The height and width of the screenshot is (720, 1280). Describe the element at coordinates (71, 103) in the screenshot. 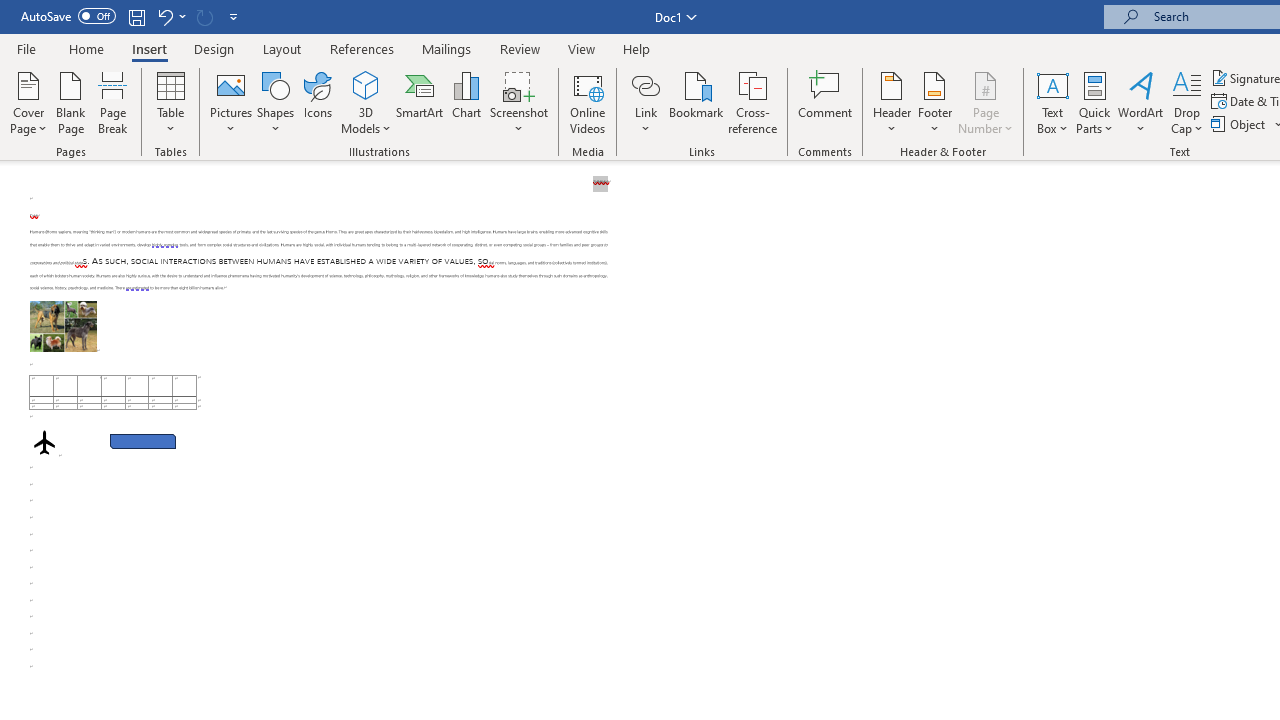

I see `'Blank Page'` at that location.